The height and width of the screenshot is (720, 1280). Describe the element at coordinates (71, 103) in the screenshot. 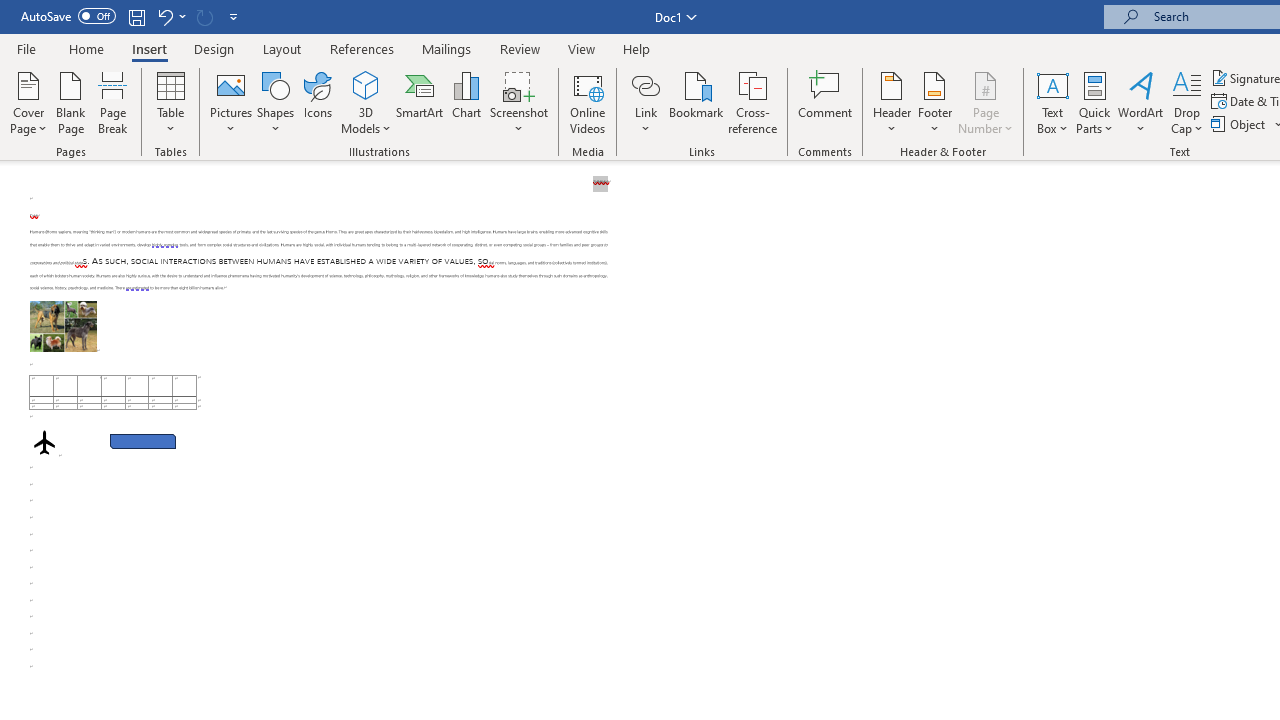

I see `'Blank Page'` at that location.